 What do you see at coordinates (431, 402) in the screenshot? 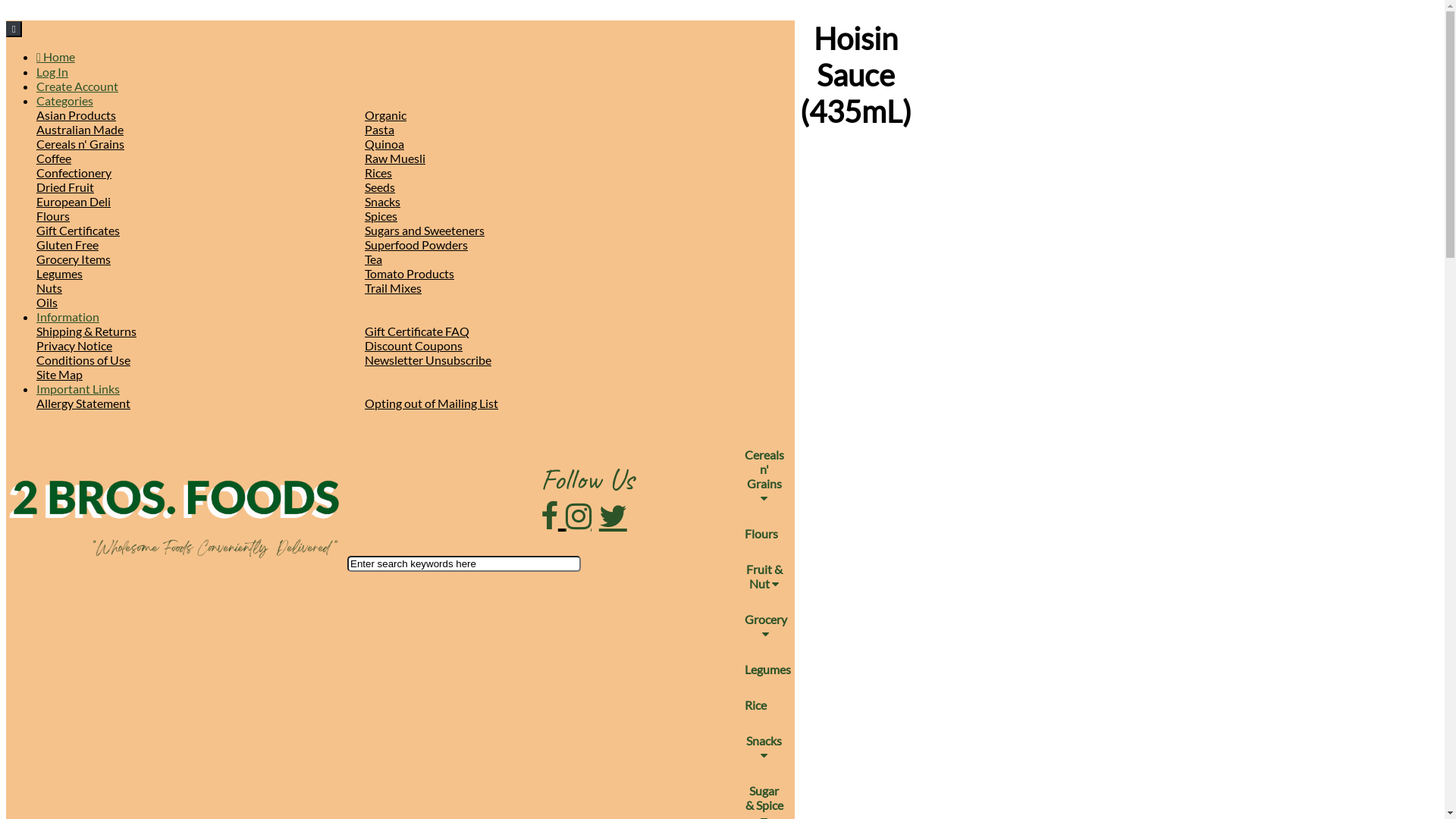
I see `'Opting out of Mailing List'` at bounding box center [431, 402].